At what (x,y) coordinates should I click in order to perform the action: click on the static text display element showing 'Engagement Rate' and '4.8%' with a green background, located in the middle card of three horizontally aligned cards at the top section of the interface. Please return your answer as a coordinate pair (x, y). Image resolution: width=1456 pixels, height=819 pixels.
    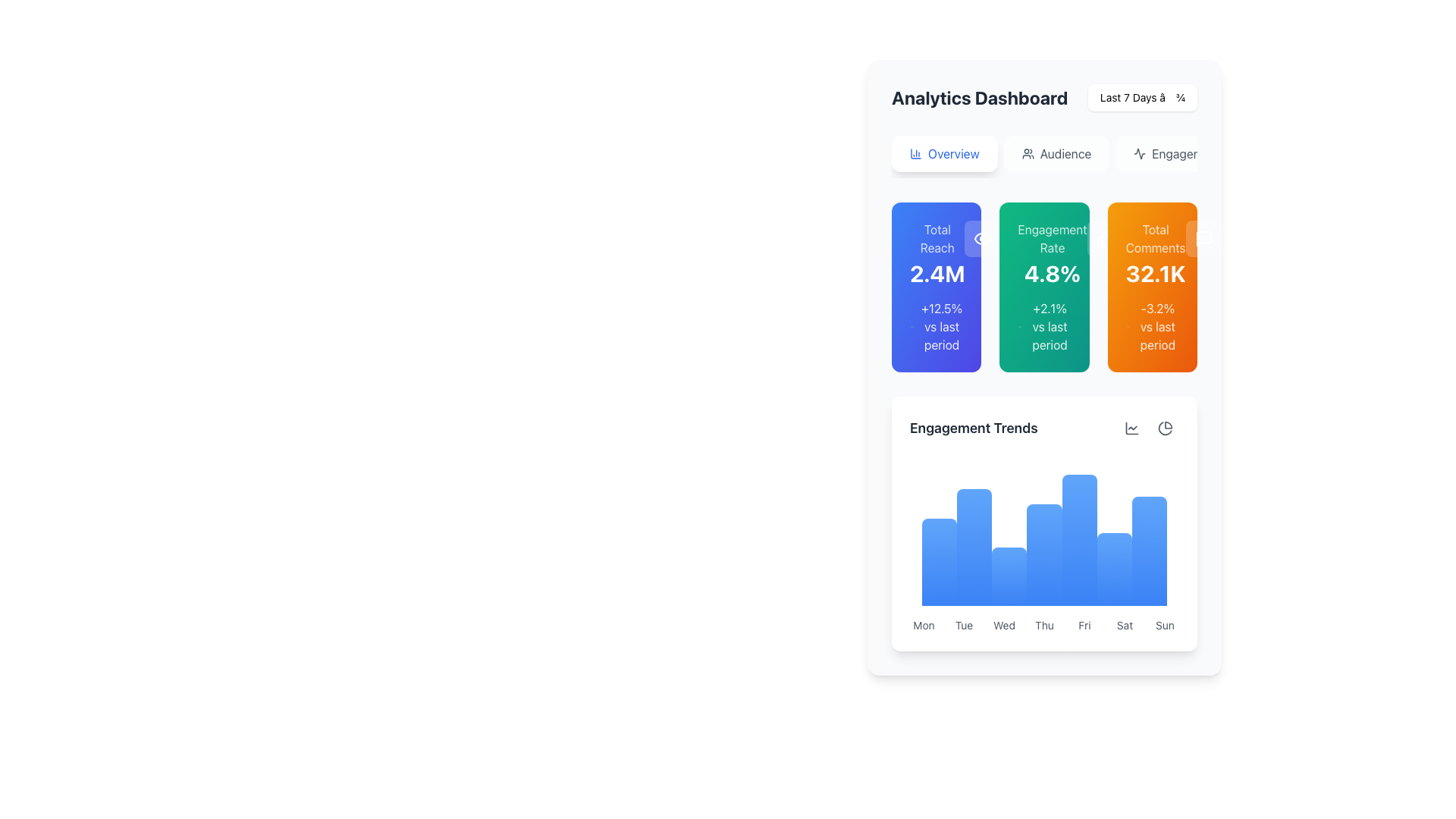
    Looking at the image, I should click on (1051, 253).